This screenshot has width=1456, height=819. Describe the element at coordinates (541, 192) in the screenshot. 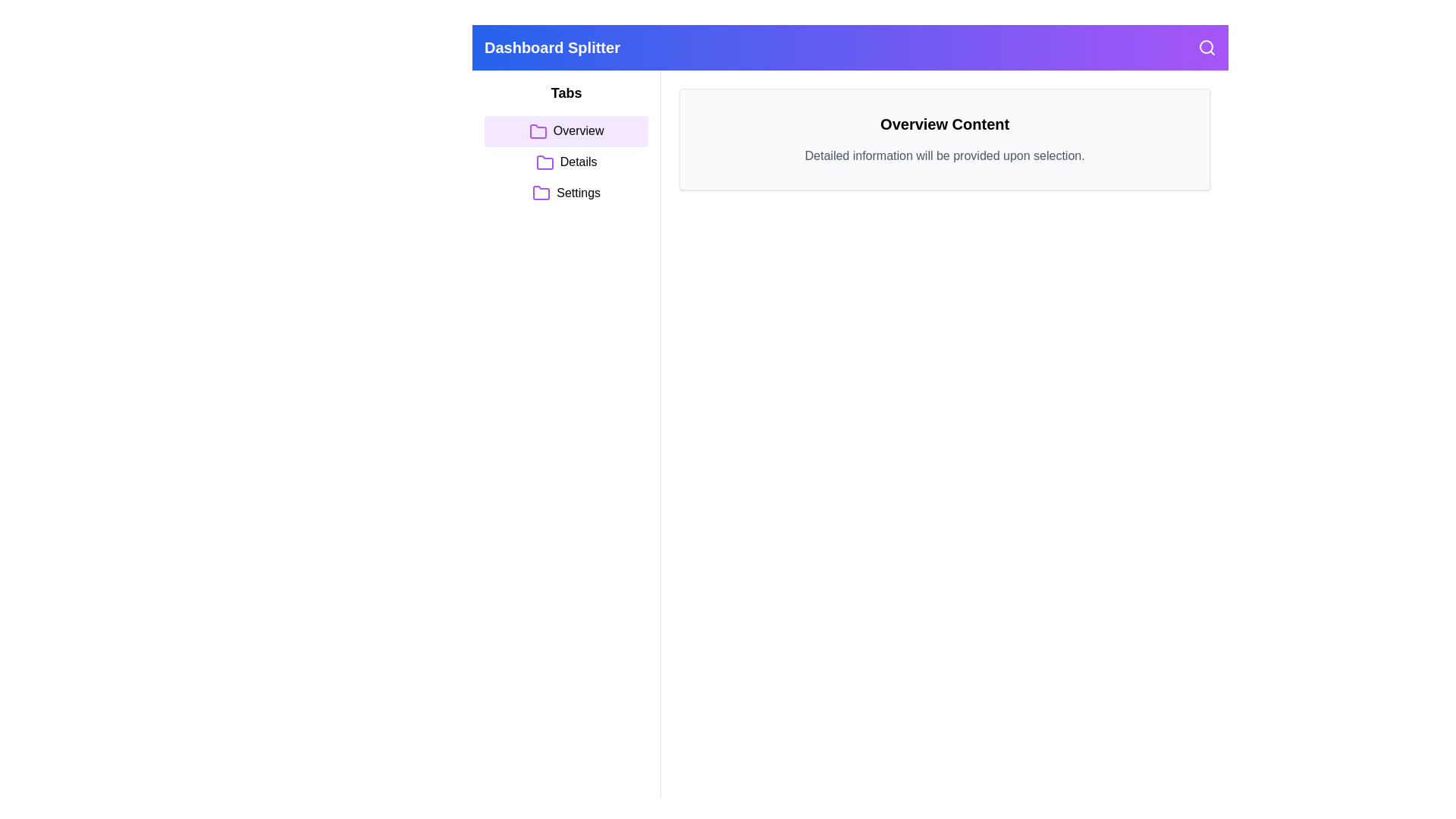

I see `the 'Settings' tab icon located in the sidebar navigation menu, which is the third item below the 'Details' tab` at that location.